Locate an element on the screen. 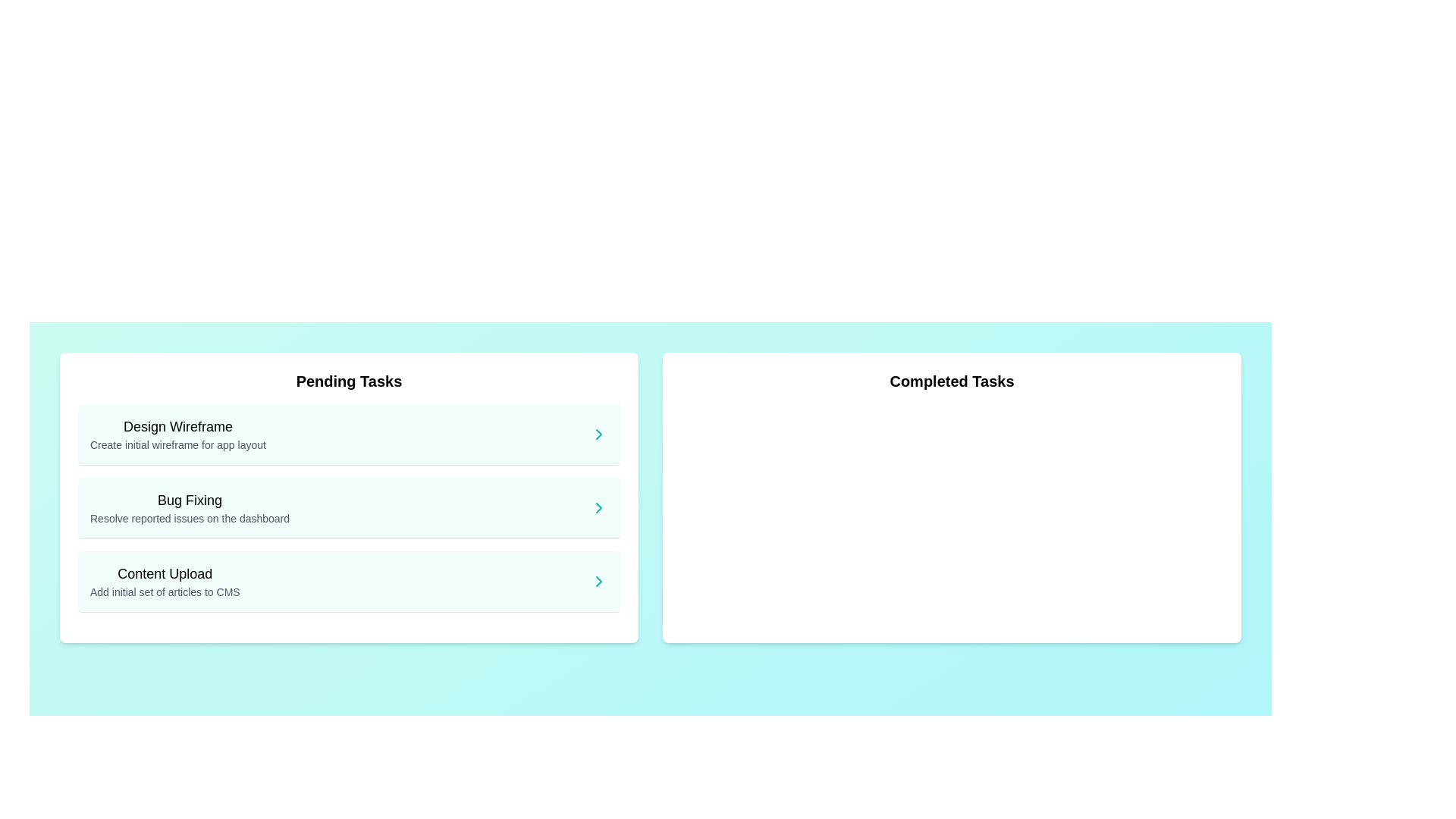  the 'Bug Fixing' task card in the 'Pending Tasks' section is located at coordinates (348, 508).